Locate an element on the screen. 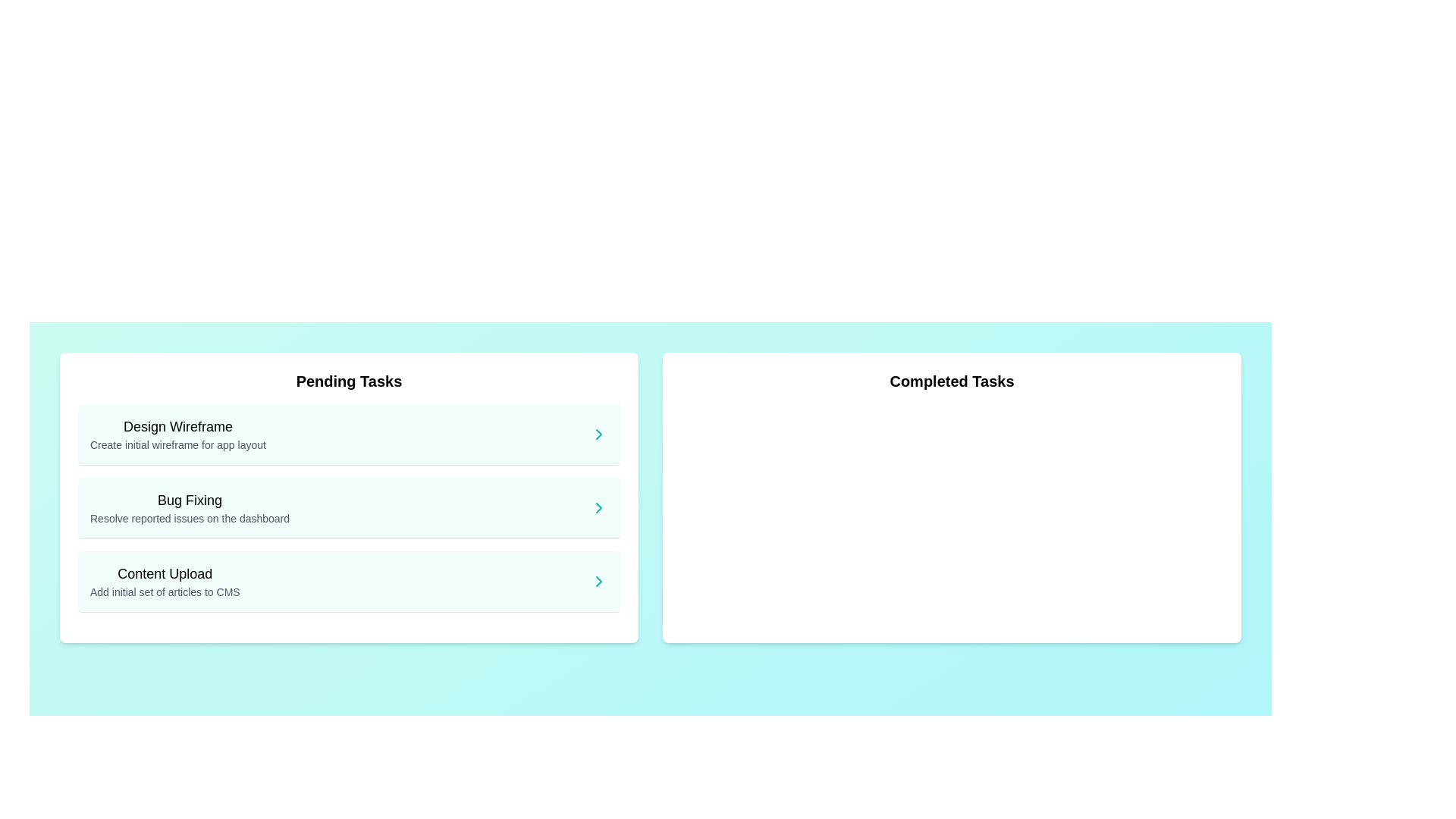  the 'Bug Fixing' task card in the 'Pending Tasks' section is located at coordinates (348, 508).